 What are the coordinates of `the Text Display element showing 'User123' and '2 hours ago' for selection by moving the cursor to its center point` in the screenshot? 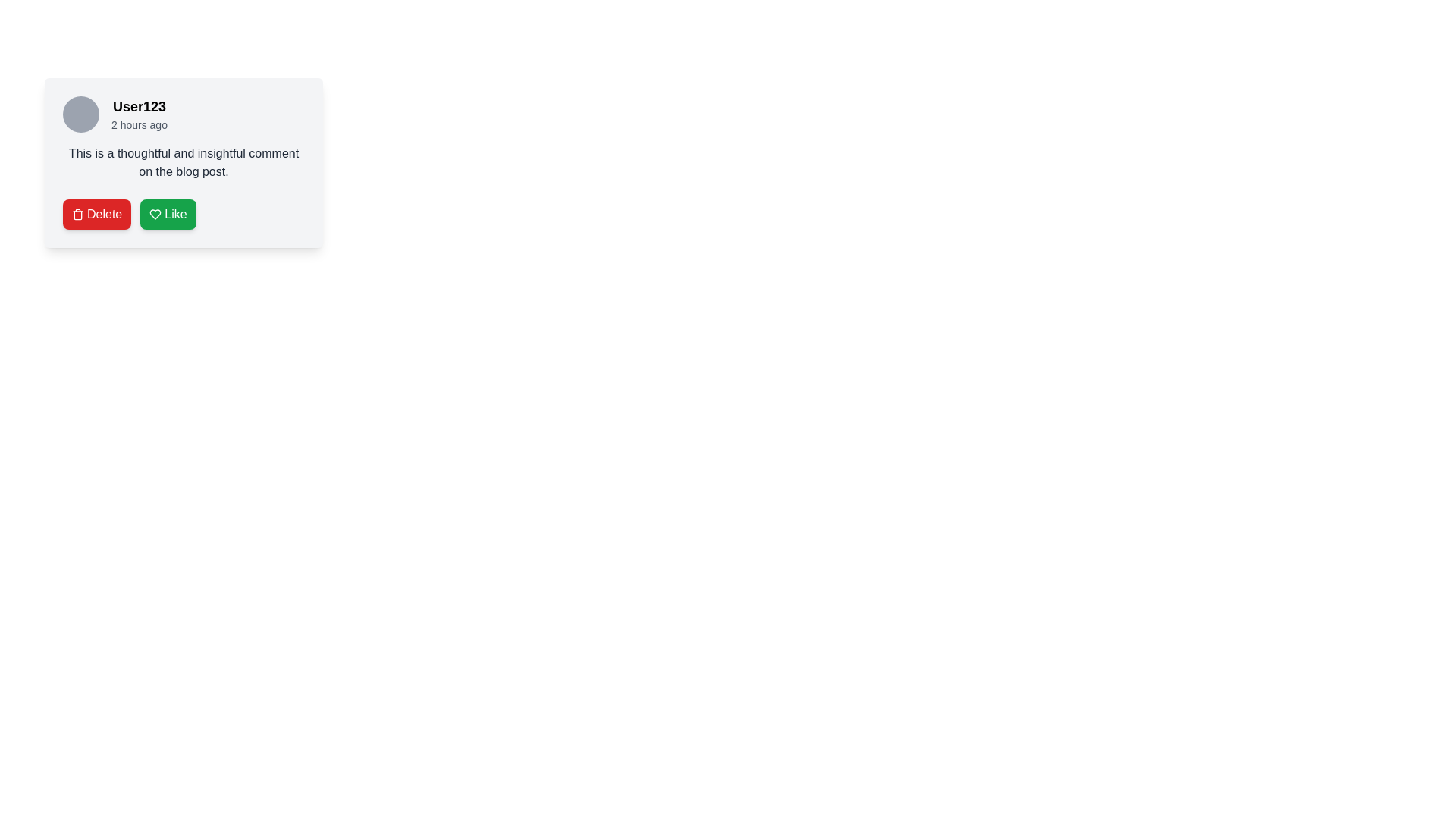 It's located at (139, 113).